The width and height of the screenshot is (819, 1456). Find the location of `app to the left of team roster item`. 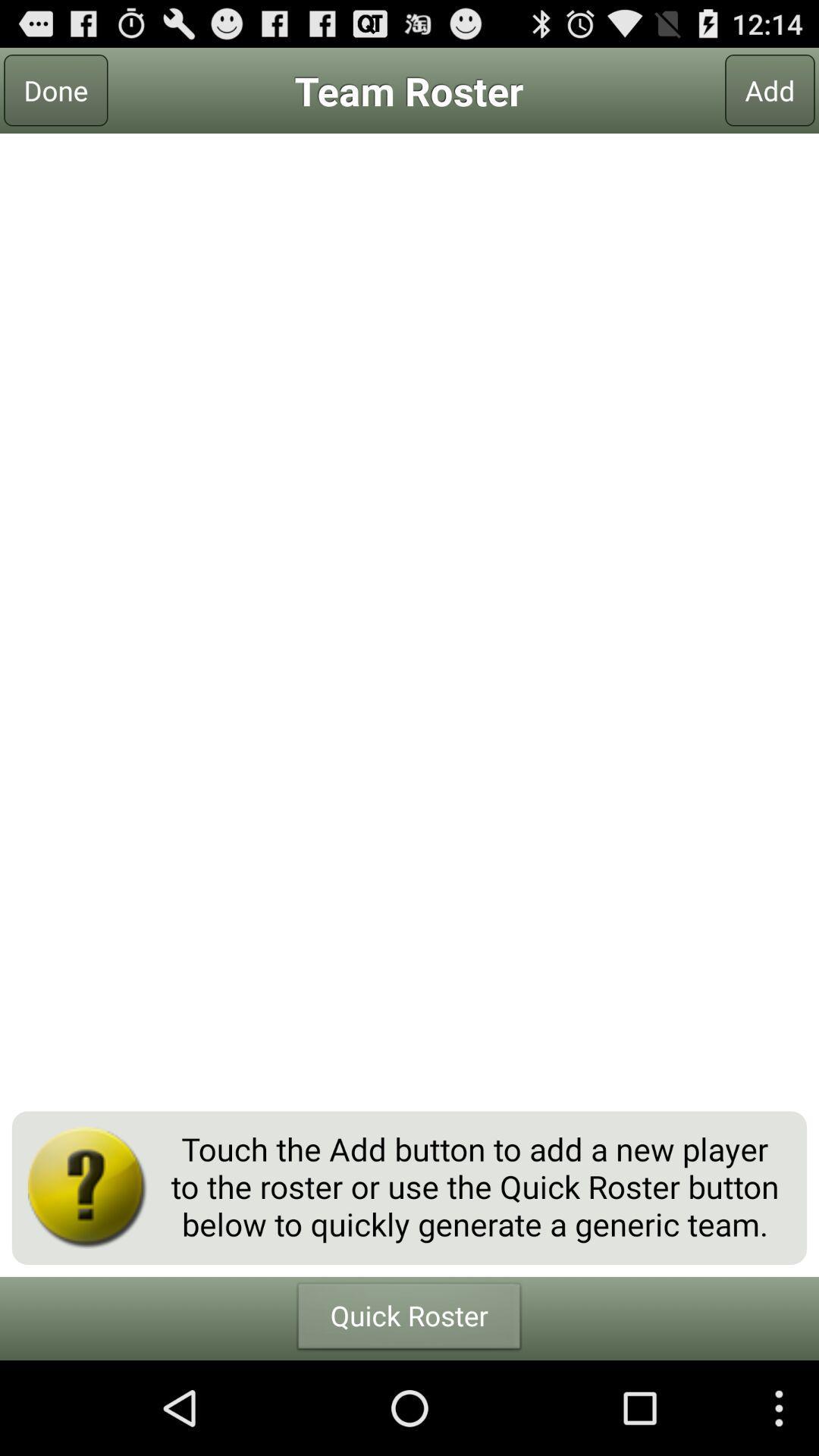

app to the left of team roster item is located at coordinates (55, 89).